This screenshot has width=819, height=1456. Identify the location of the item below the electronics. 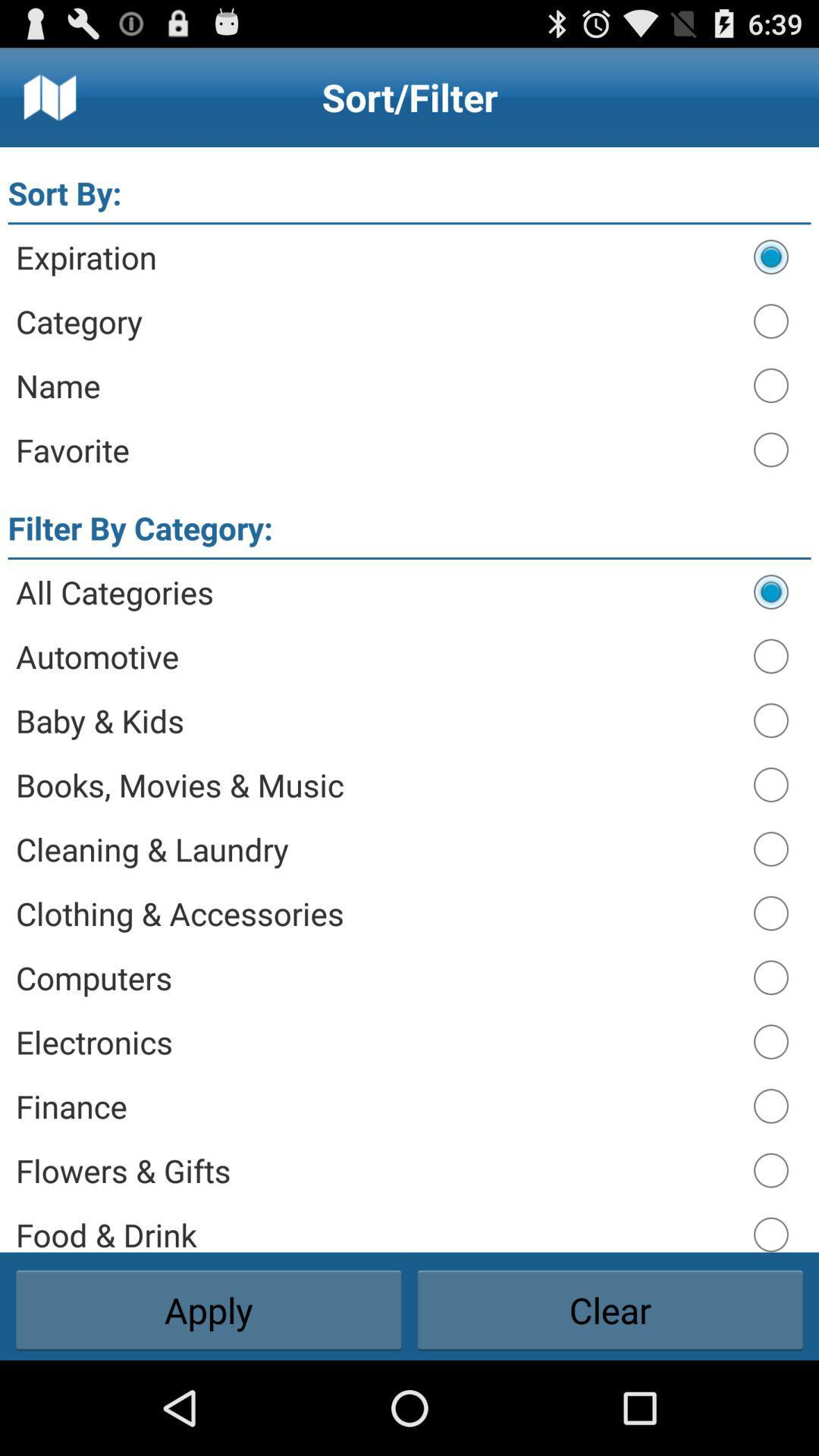
(376, 1106).